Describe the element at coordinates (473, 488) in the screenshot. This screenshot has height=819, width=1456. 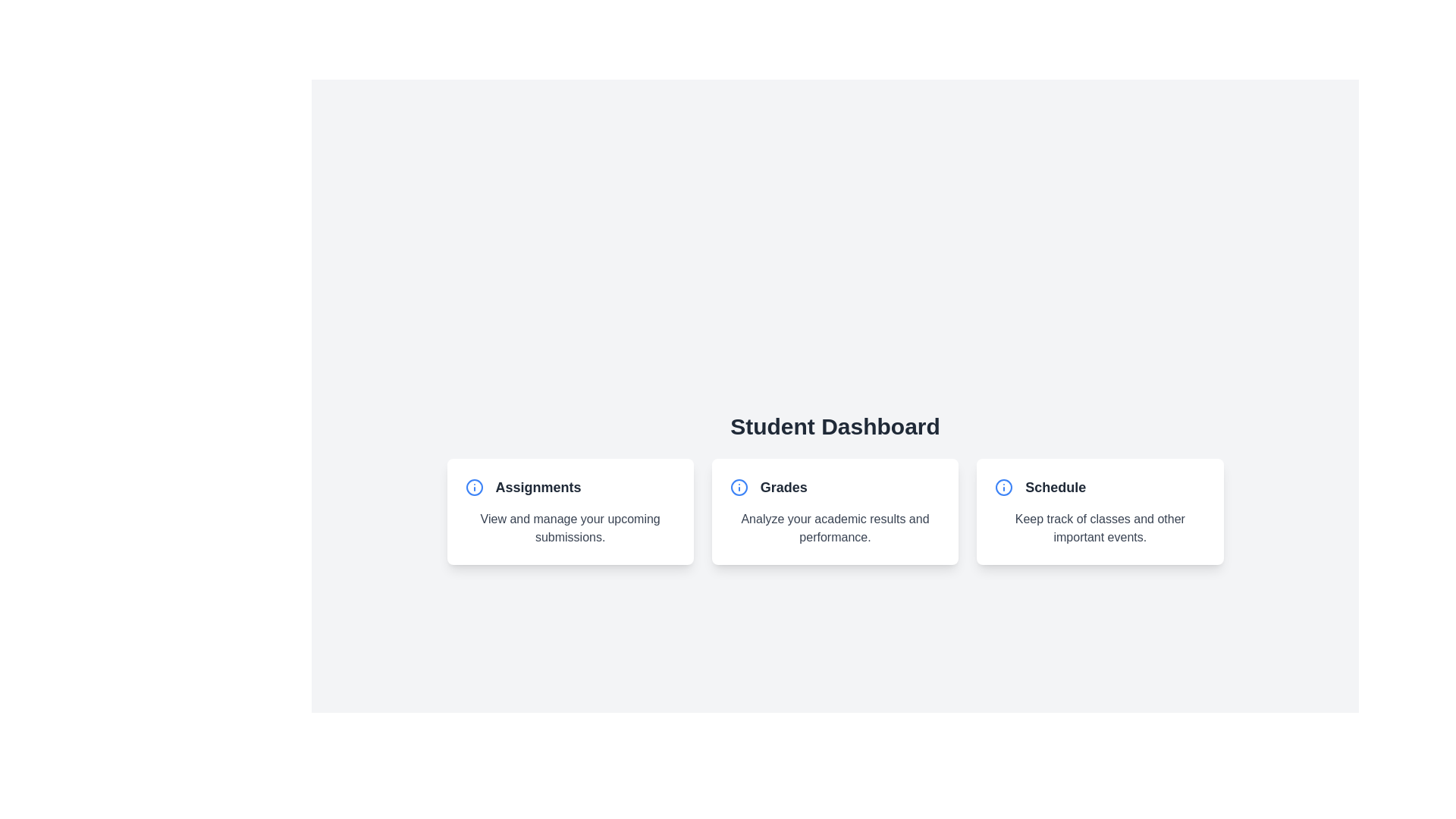
I see `the informational indicator icon` at that location.